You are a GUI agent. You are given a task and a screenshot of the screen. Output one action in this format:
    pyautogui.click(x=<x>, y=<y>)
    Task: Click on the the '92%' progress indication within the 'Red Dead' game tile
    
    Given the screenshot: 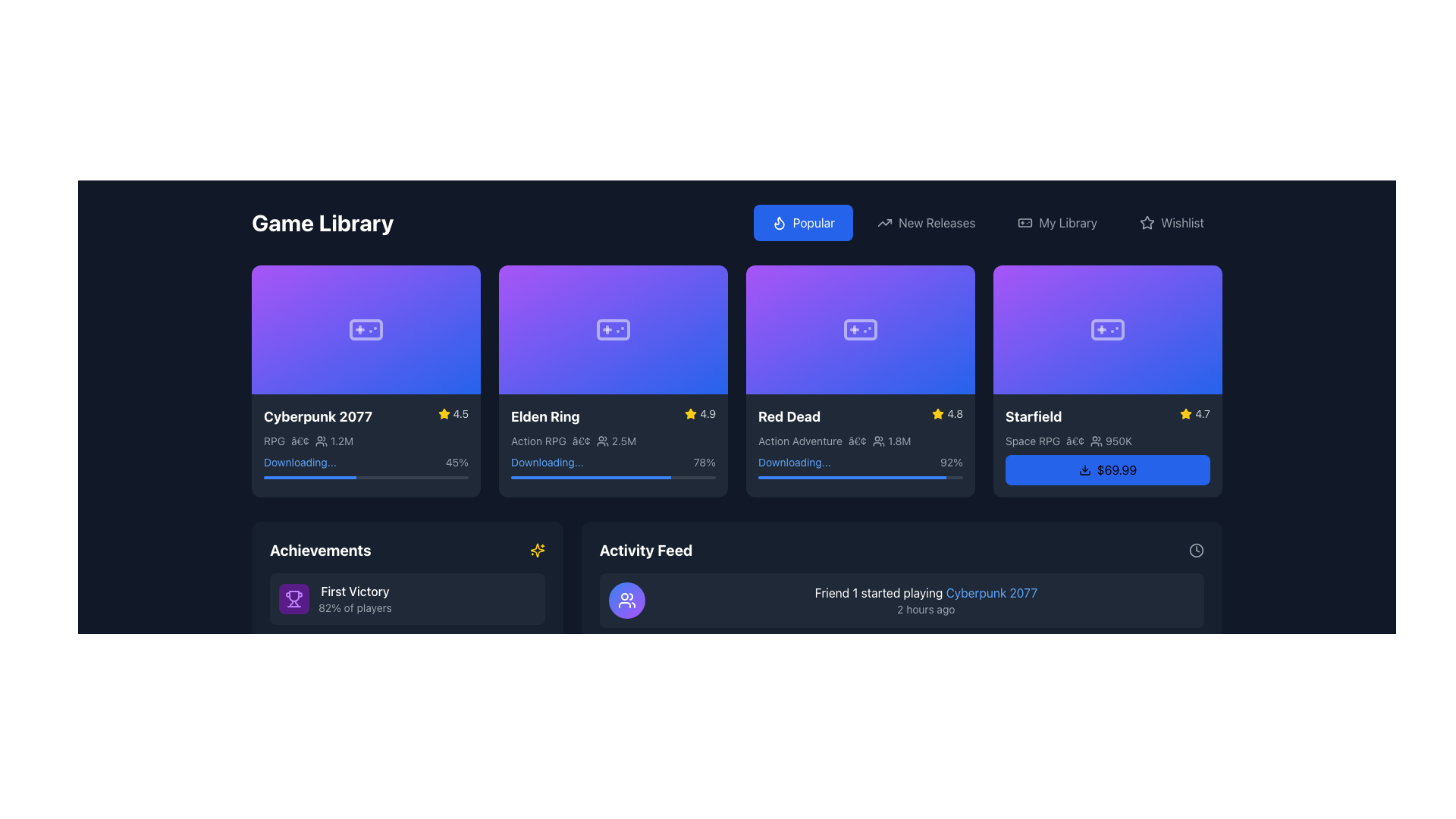 What is the action you would take?
    pyautogui.click(x=860, y=461)
    